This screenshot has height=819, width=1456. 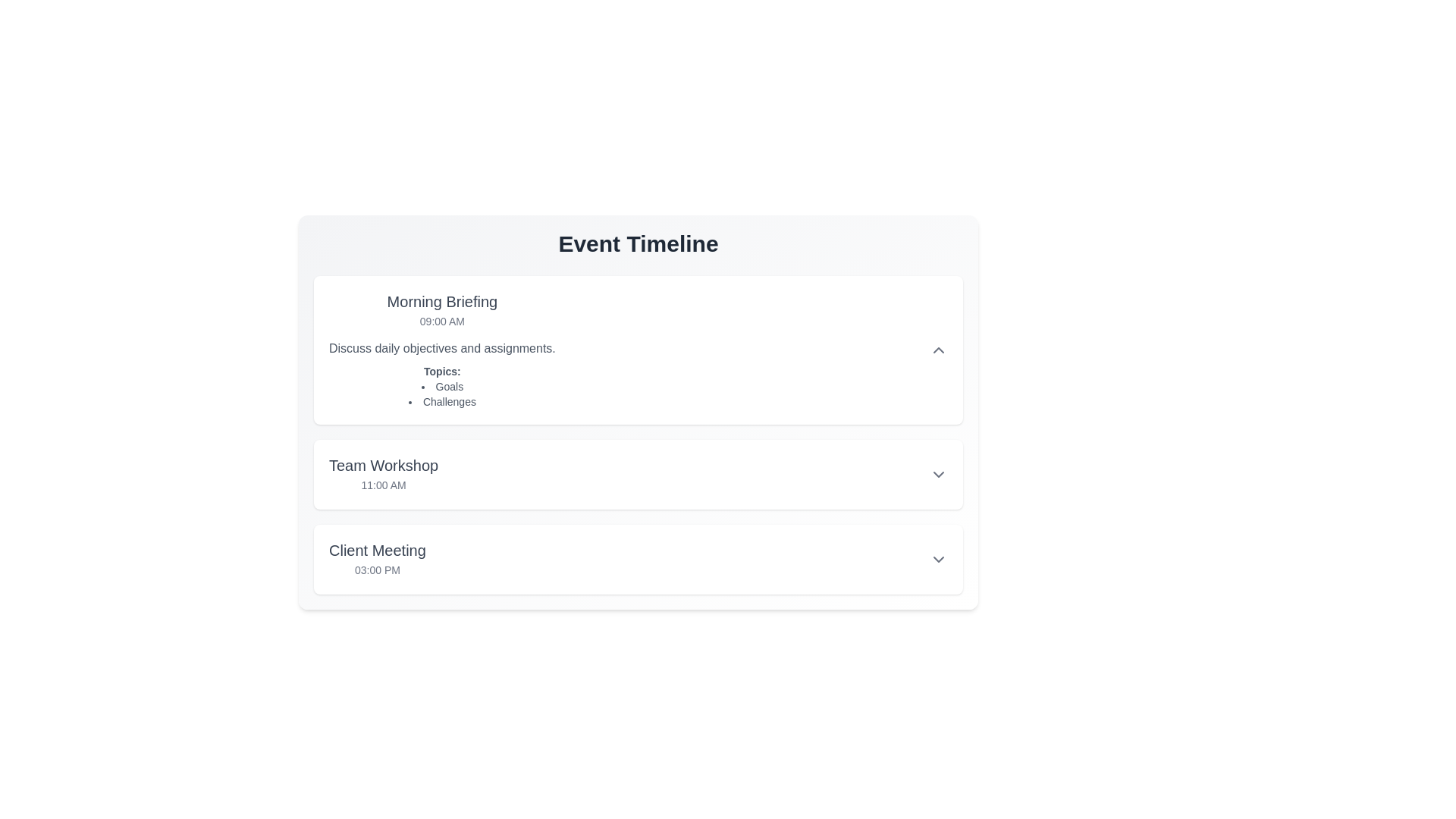 What do you see at coordinates (638, 350) in the screenshot?
I see `on the 'Morning Briefing' collapsible card` at bounding box center [638, 350].